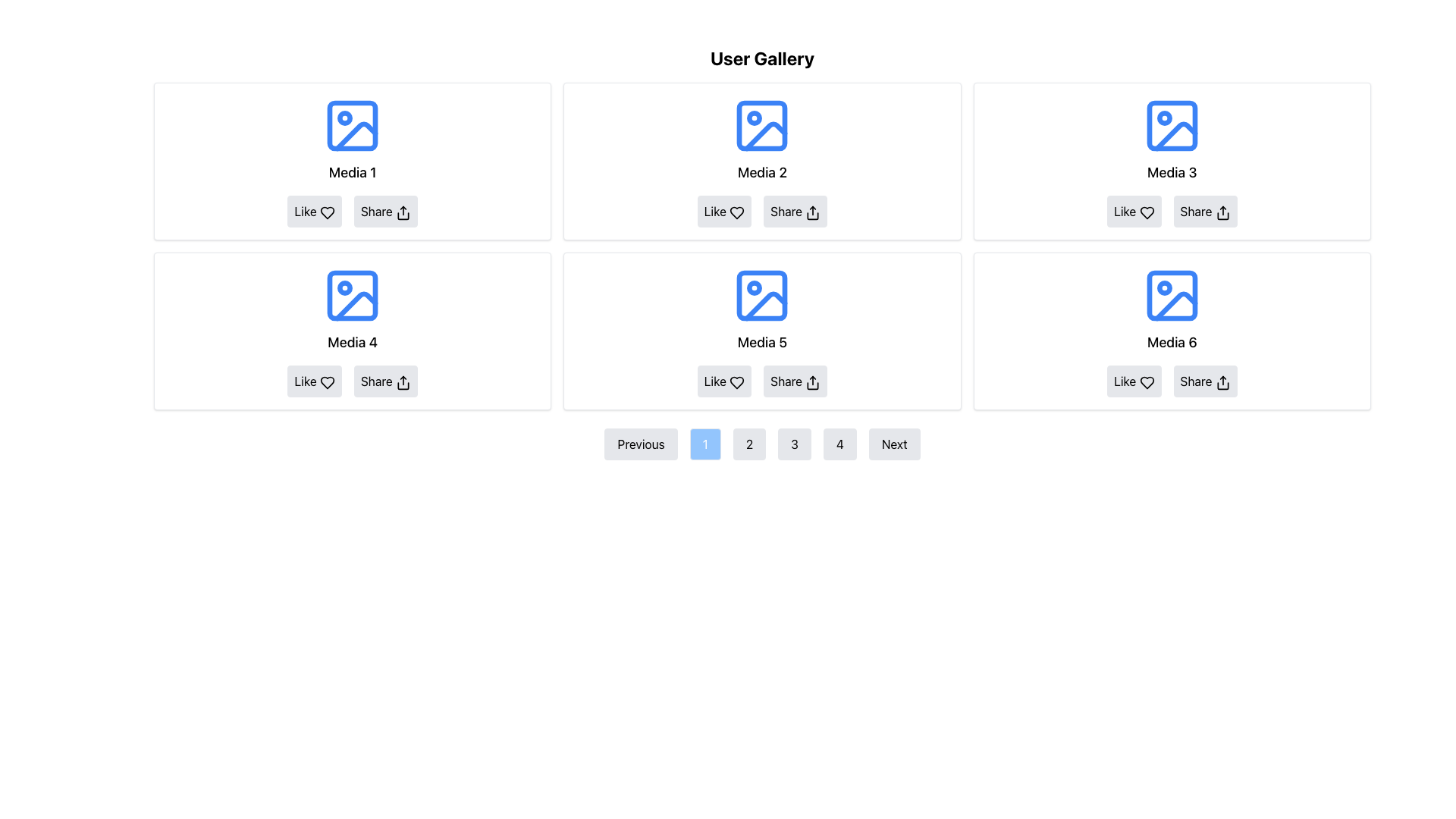  Describe the element at coordinates (749, 444) in the screenshot. I see `the button labeled '2' in the pagination bar to indicate selection` at that location.